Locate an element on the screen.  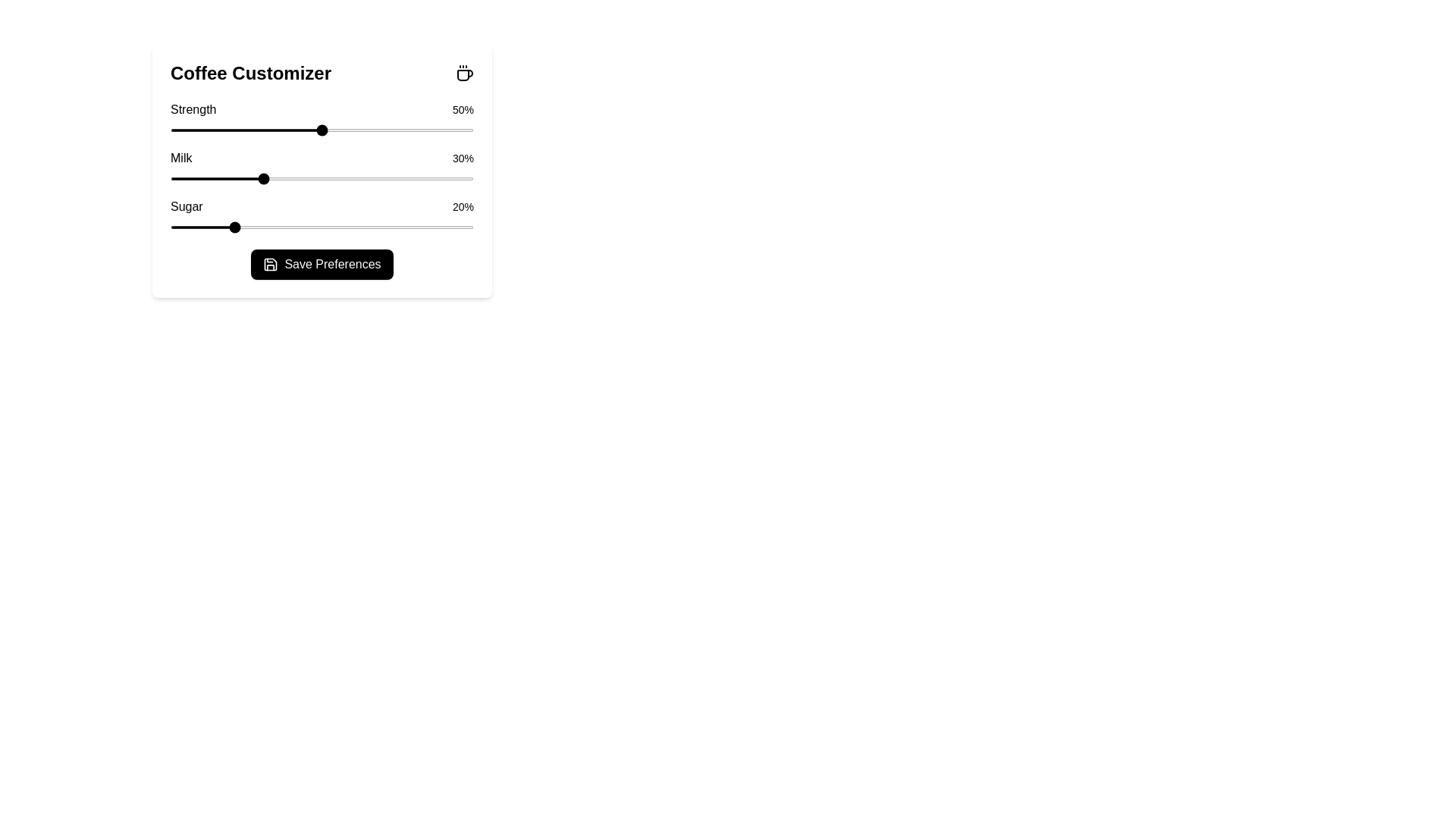
the sugar level is located at coordinates (196, 227).